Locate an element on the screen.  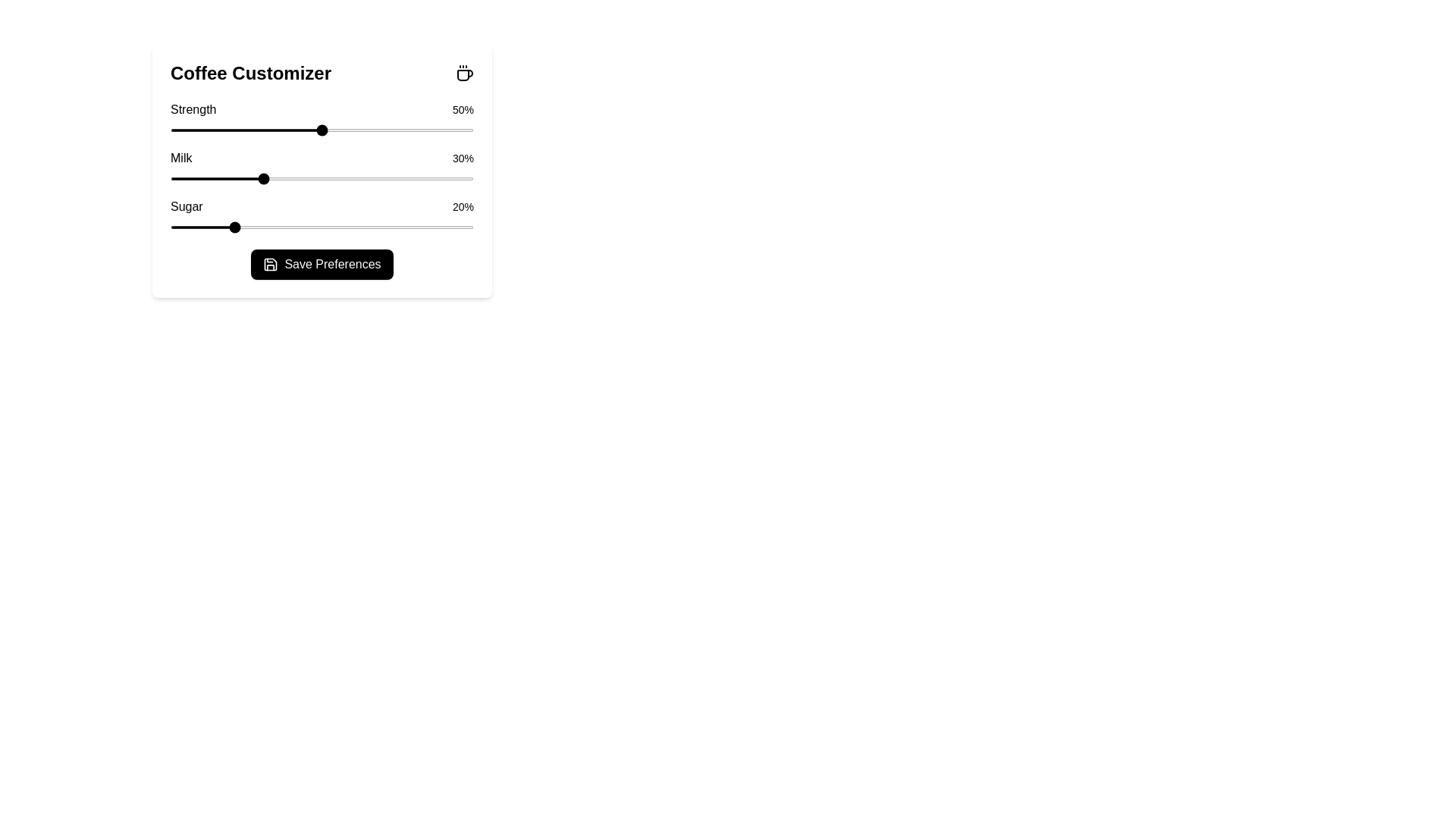
the sugar level is located at coordinates (196, 227).